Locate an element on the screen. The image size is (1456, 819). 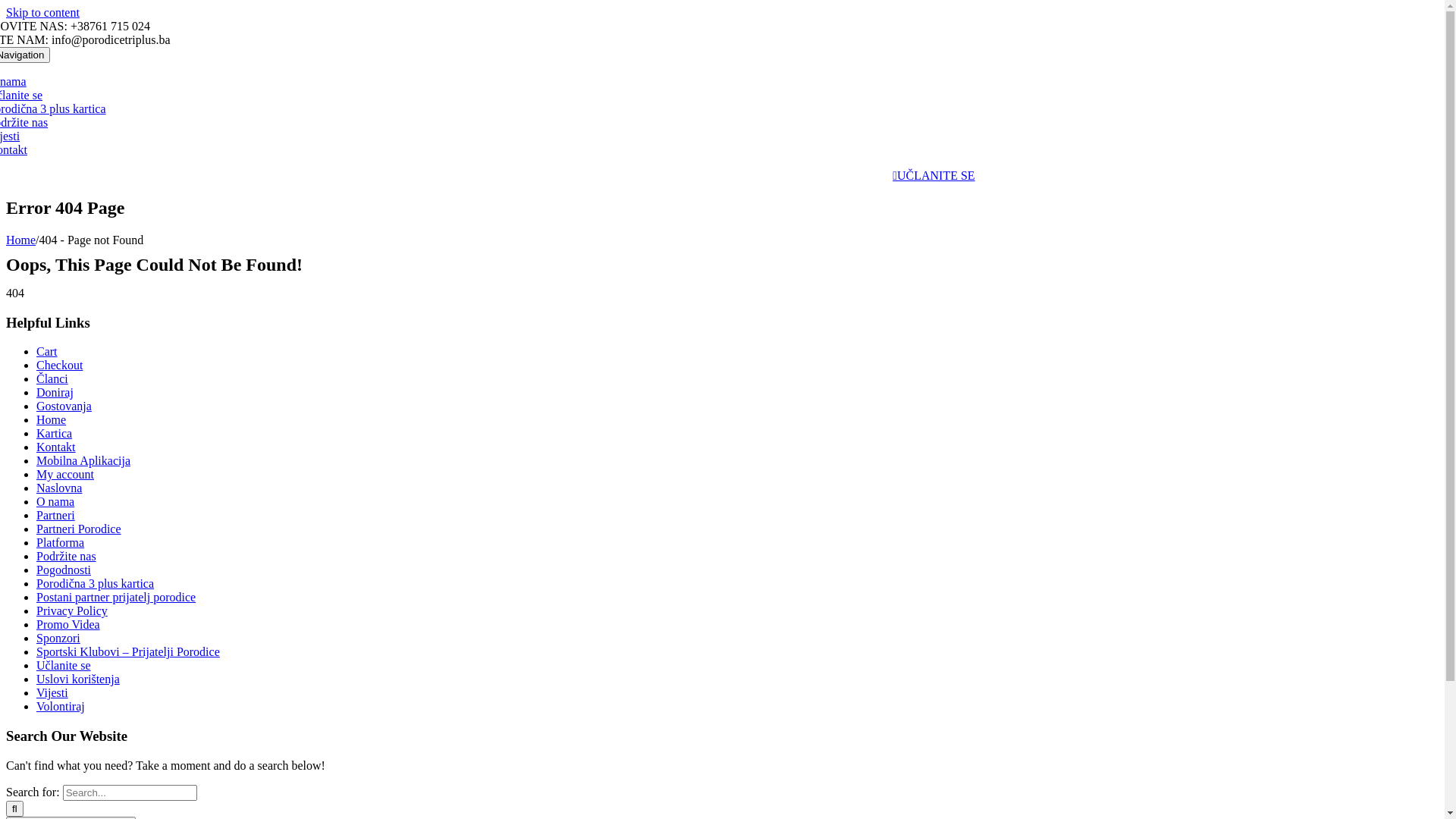
'Kartica' is located at coordinates (36, 433).